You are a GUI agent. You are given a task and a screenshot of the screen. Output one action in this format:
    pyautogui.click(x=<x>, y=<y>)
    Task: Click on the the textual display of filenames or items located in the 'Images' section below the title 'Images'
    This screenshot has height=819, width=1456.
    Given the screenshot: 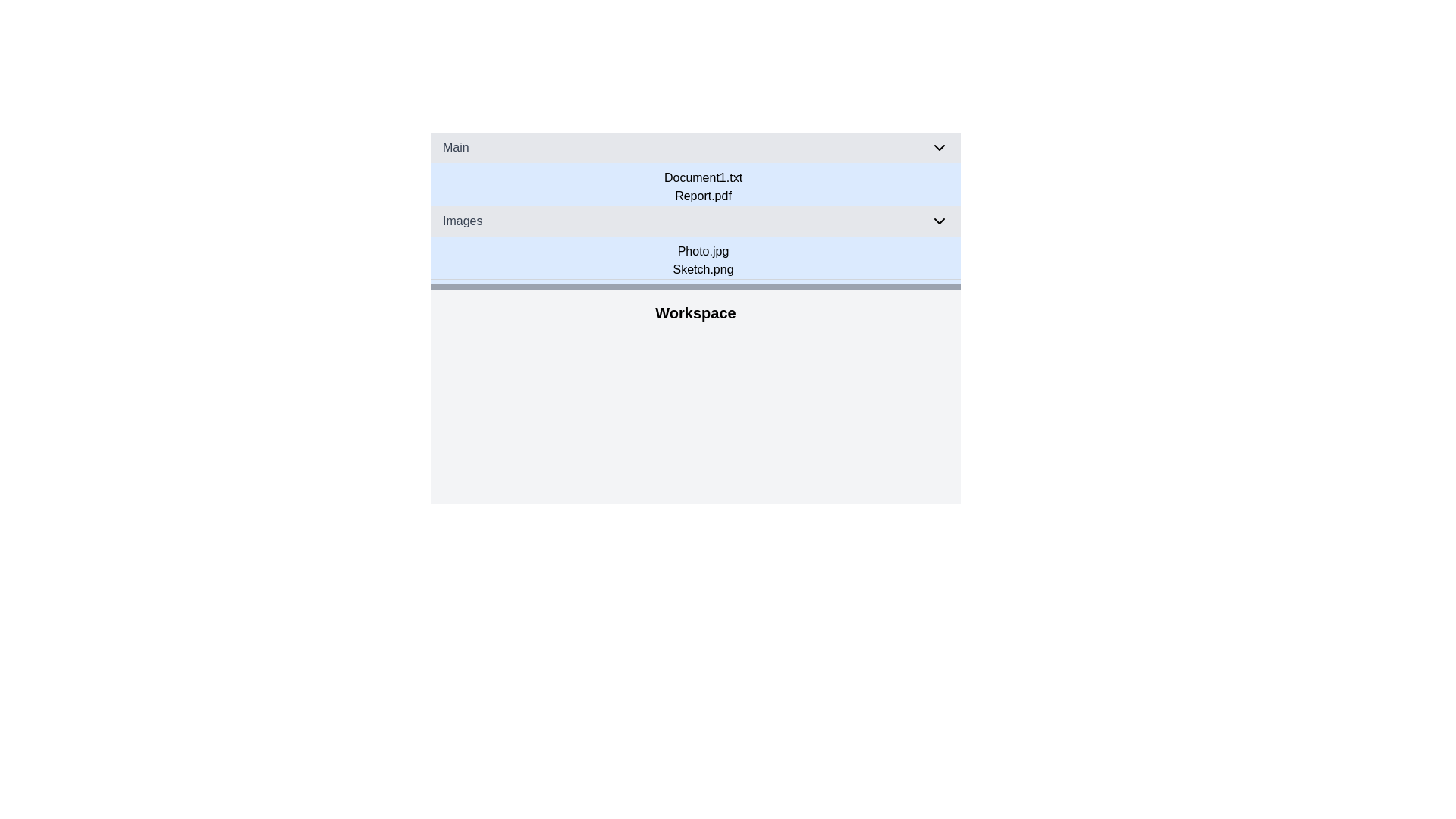 What is the action you would take?
    pyautogui.click(x=702, y=259)
    